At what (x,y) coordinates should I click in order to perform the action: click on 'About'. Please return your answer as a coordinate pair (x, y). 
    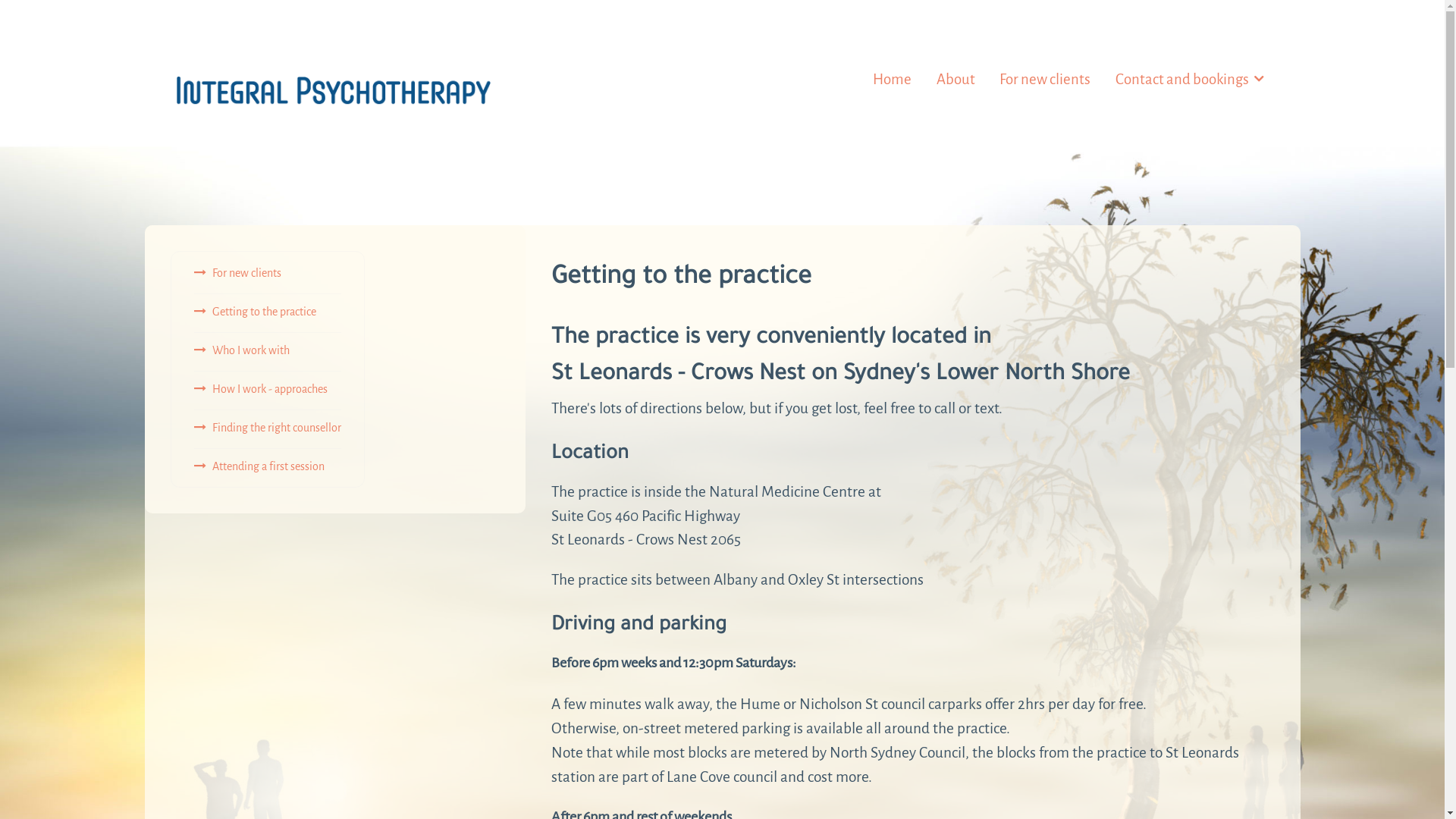
    Looking at the image, I should click on (924, 79).